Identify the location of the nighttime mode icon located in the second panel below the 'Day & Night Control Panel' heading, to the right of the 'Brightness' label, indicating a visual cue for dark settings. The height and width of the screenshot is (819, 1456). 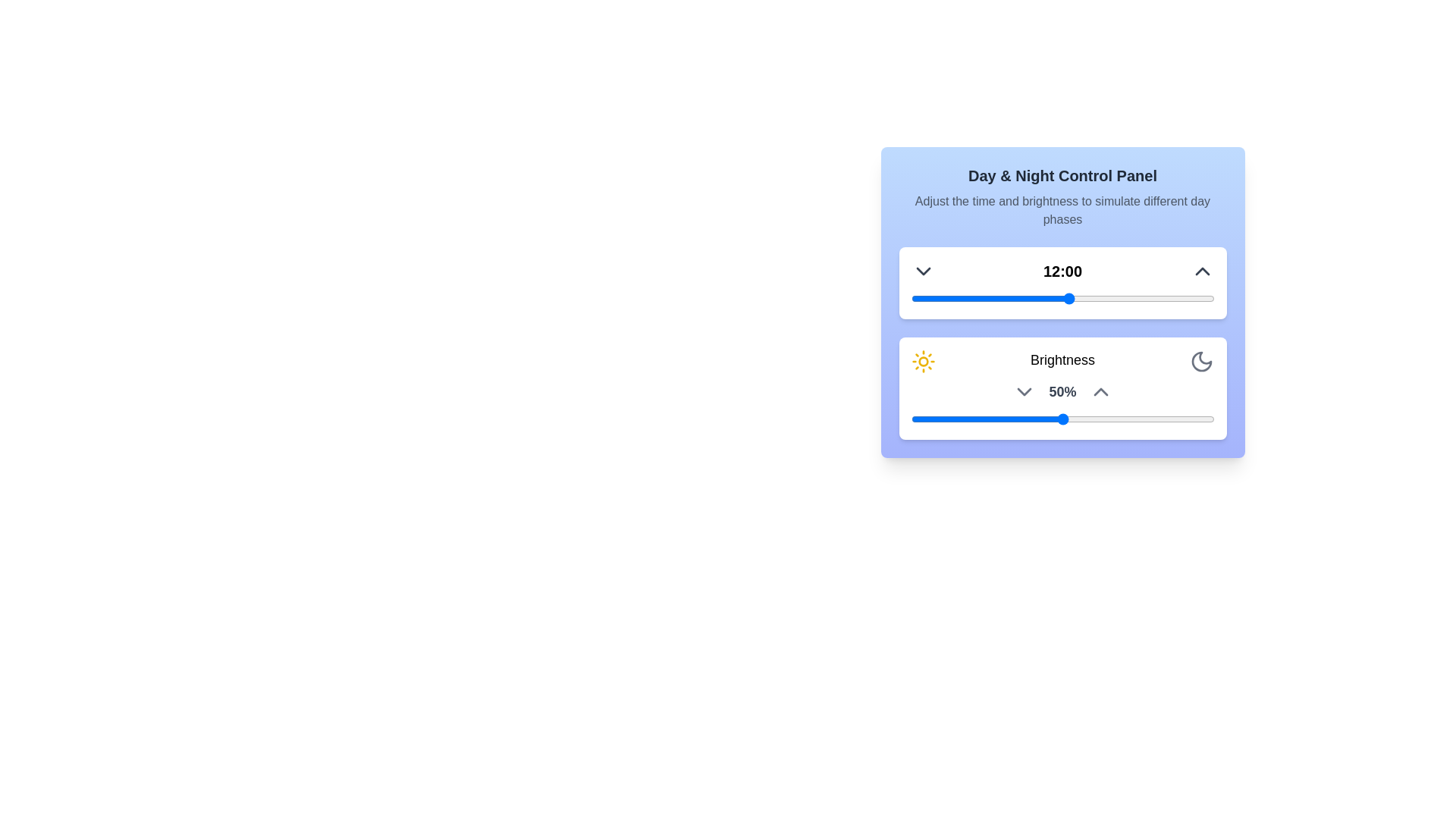
(1201, 362).